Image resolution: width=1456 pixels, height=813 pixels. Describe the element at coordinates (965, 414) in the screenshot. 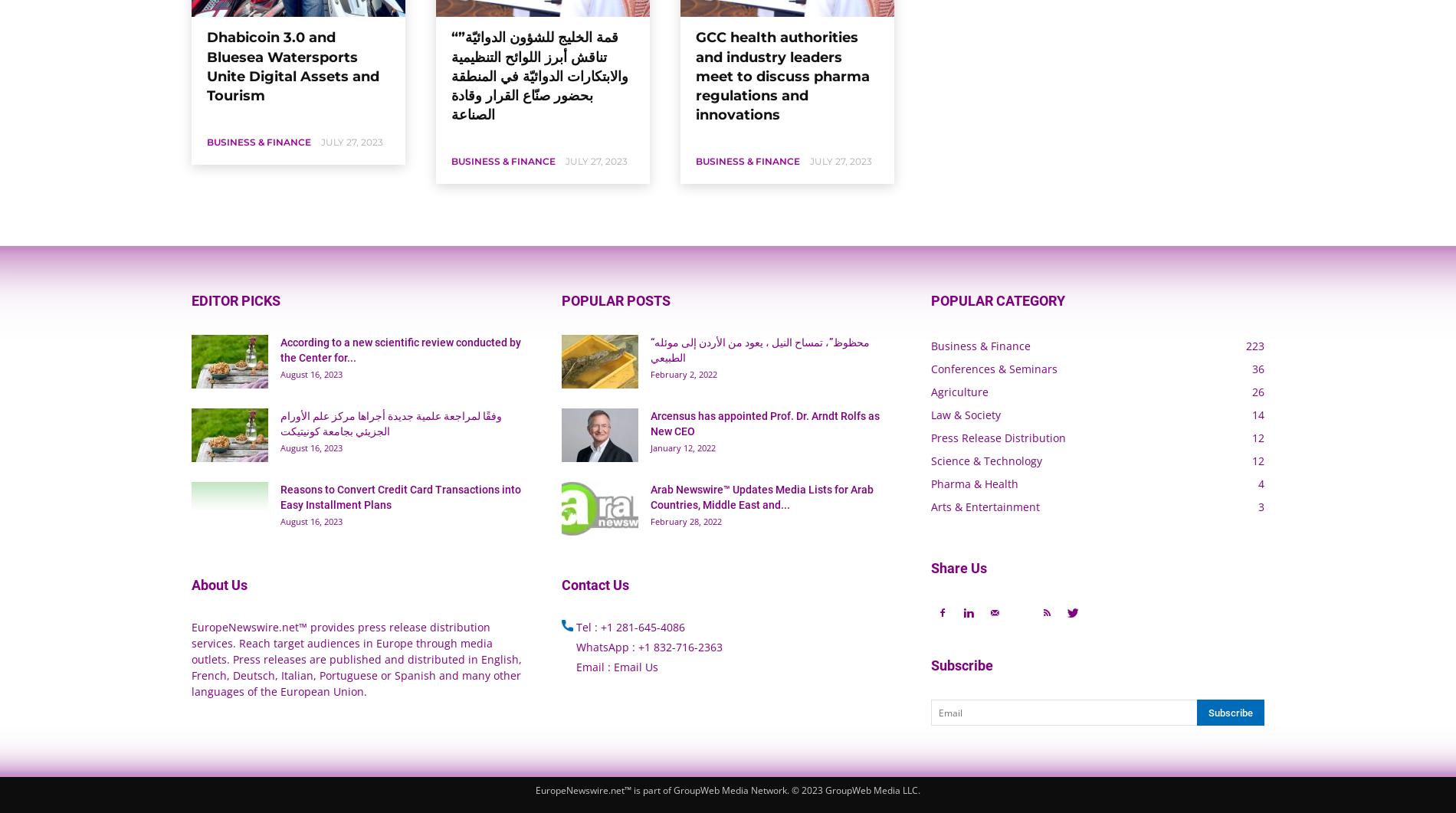

I see `'Law & Society'` at that location.